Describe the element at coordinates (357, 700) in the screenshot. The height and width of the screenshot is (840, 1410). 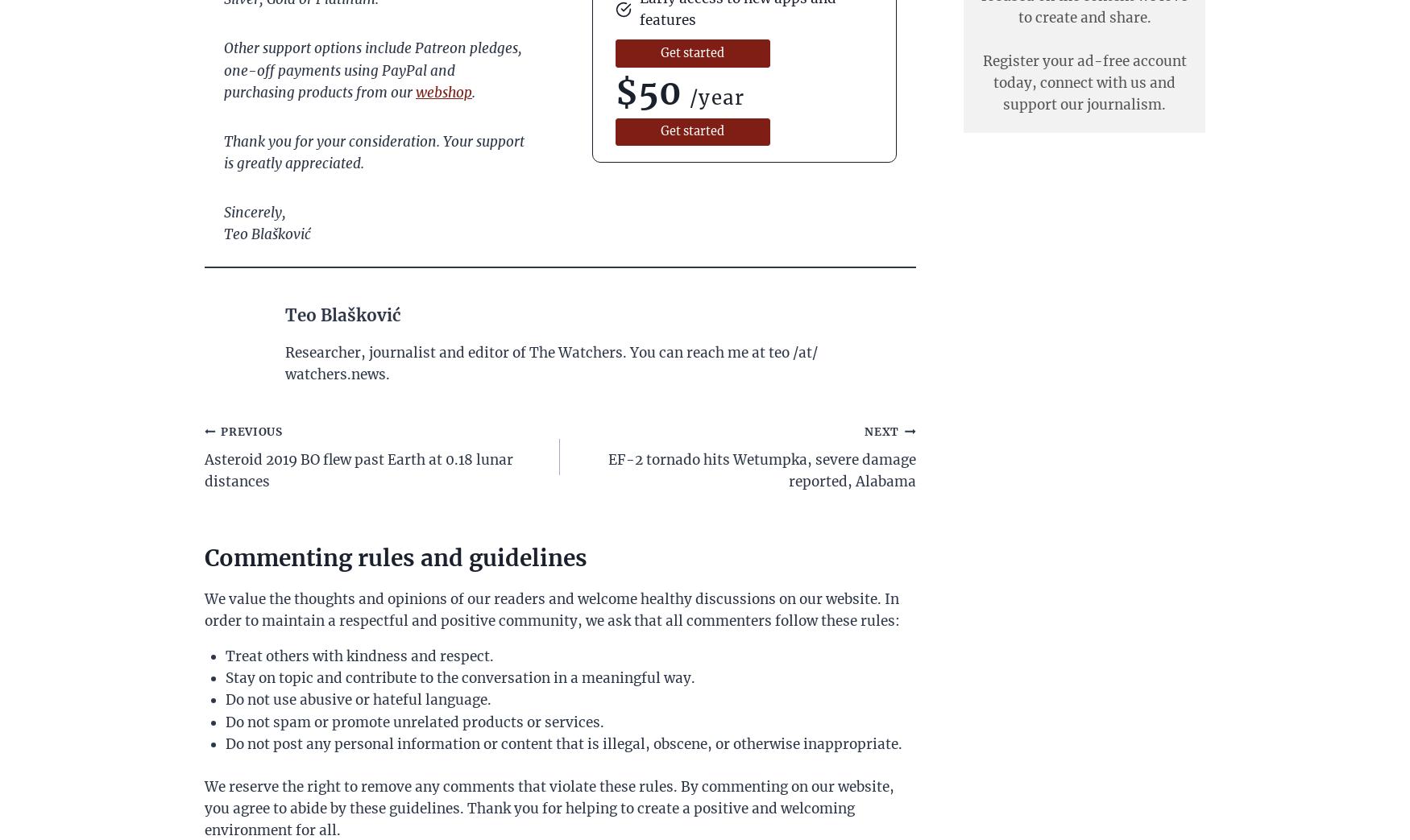
I see `'Do not use abusive or hateful language.'` at that location.